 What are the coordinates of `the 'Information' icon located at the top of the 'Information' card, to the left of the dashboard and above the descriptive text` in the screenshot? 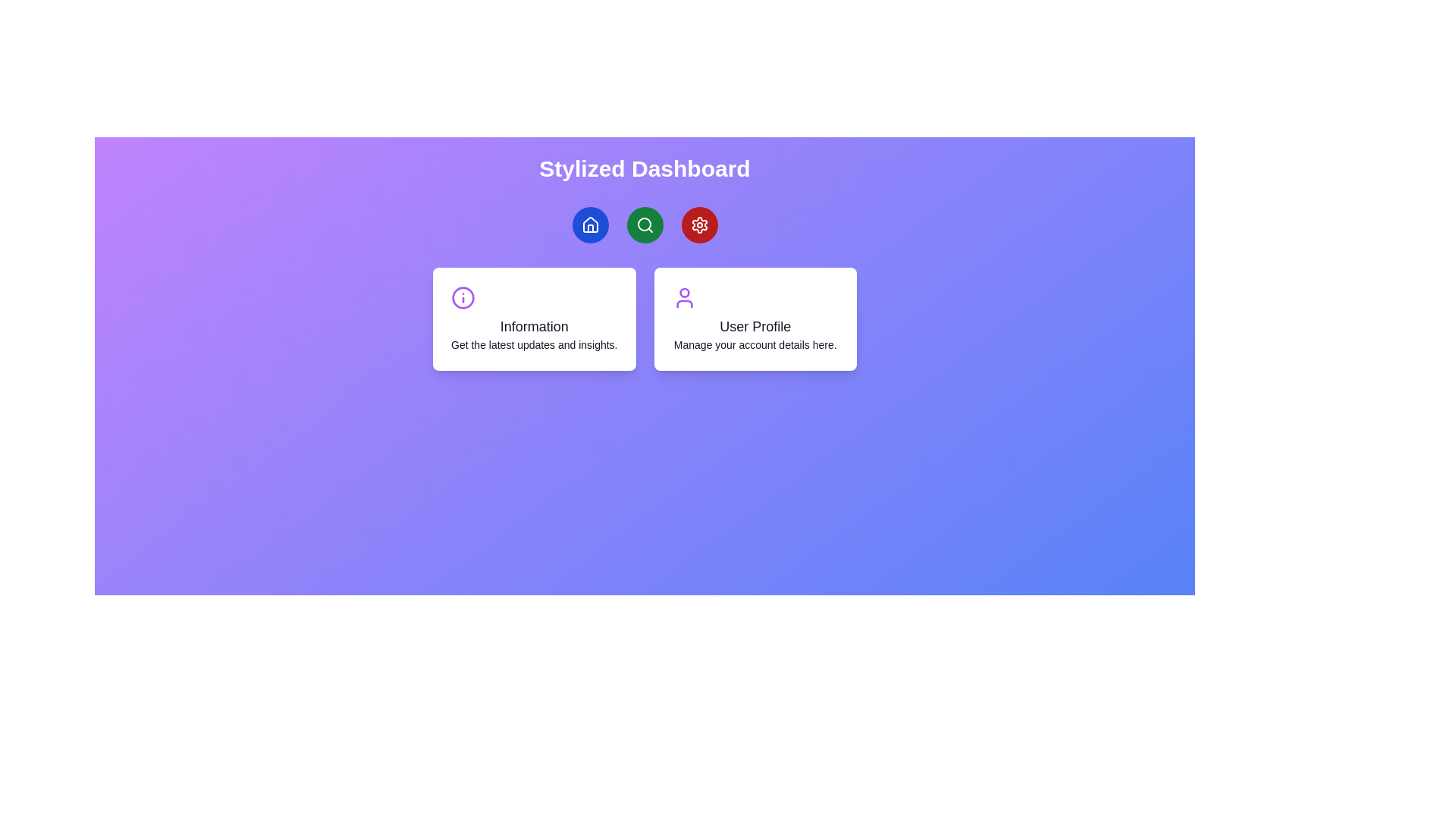 It's located at (462, 298).